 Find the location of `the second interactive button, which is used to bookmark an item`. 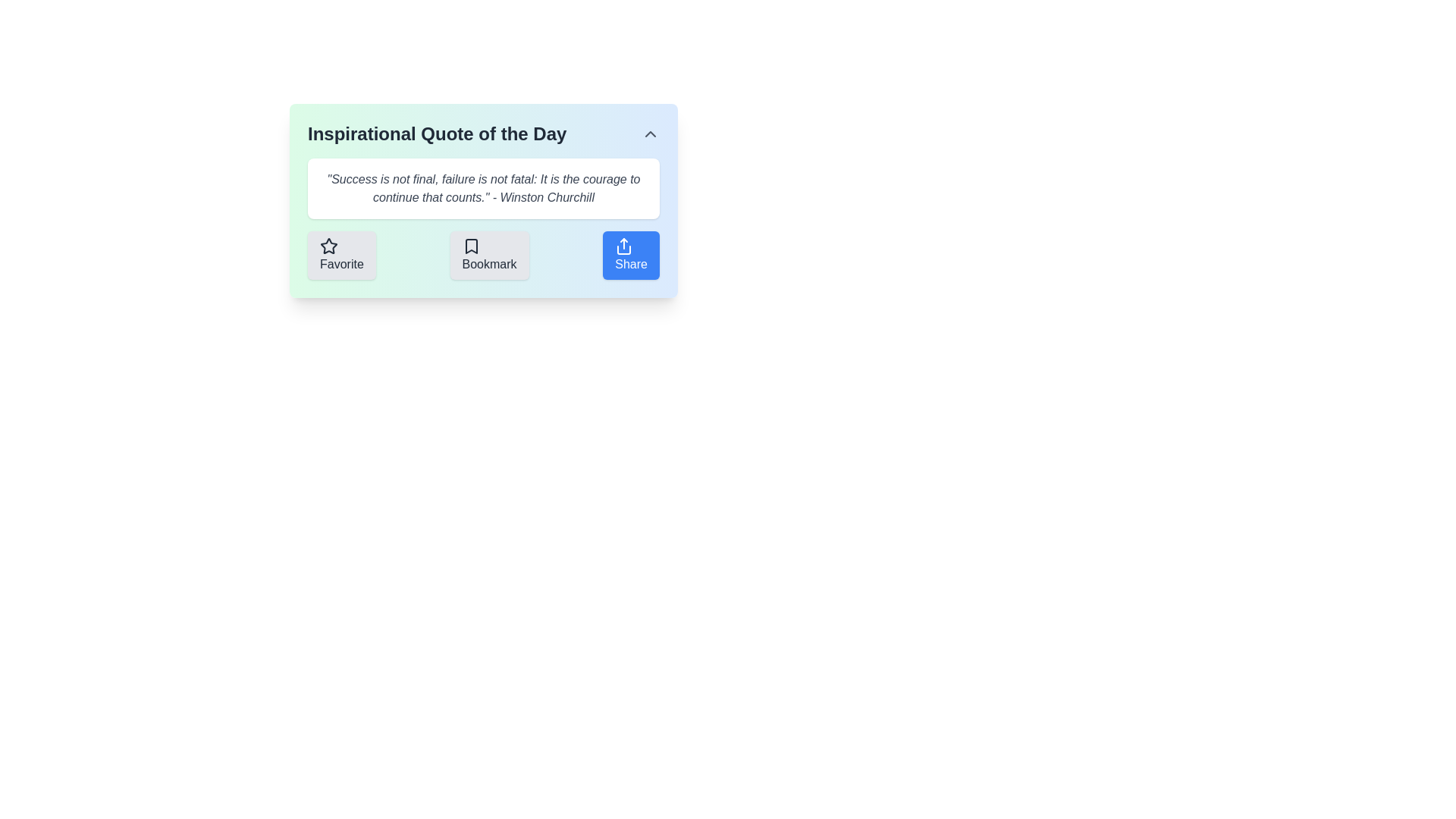

the second interactive button, which is used to bookmark an item is located at coordinates (489, 254).